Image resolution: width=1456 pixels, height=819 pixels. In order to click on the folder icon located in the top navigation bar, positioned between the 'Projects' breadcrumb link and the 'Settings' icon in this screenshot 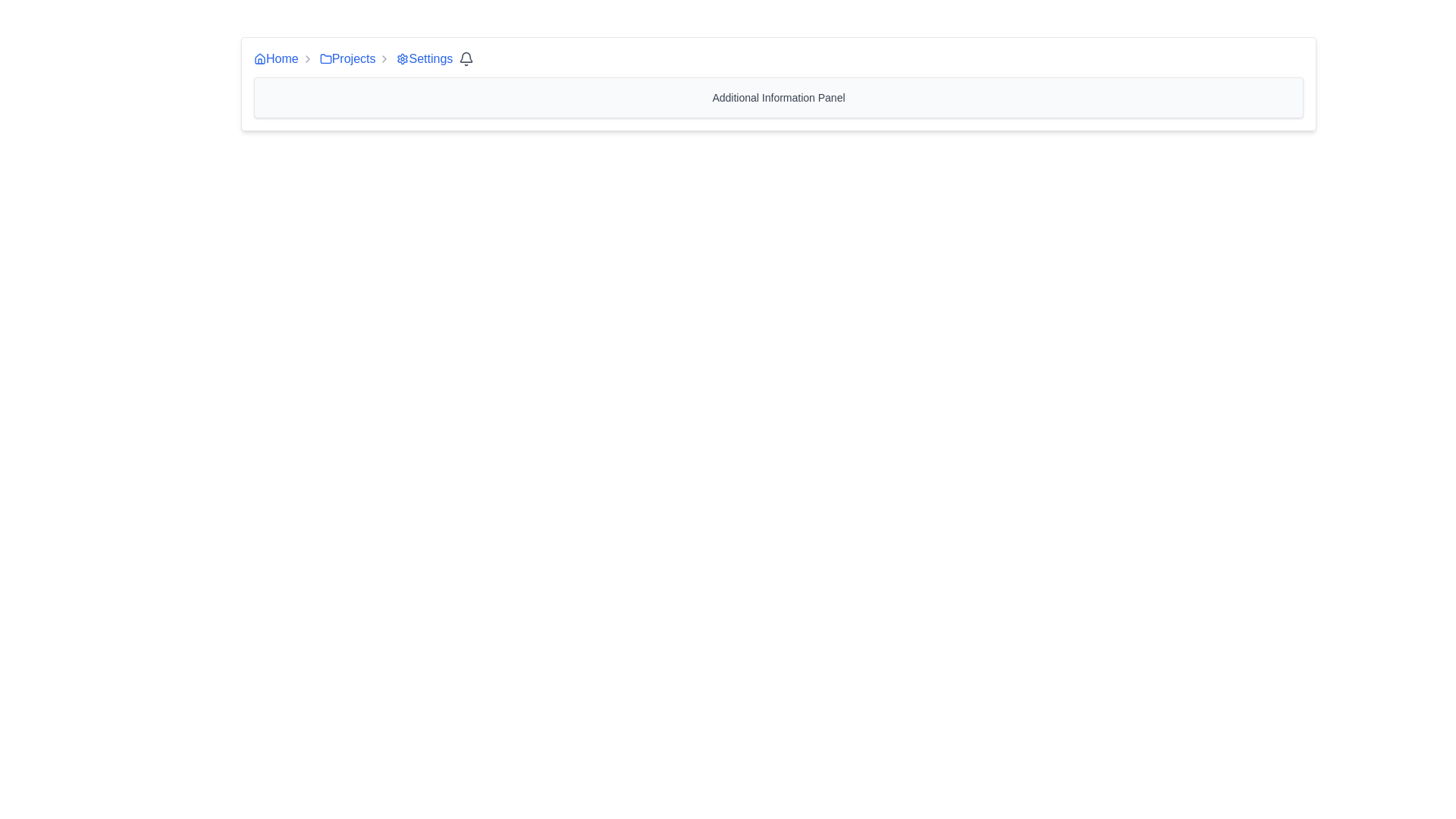, I will do `click(325, 58)`.